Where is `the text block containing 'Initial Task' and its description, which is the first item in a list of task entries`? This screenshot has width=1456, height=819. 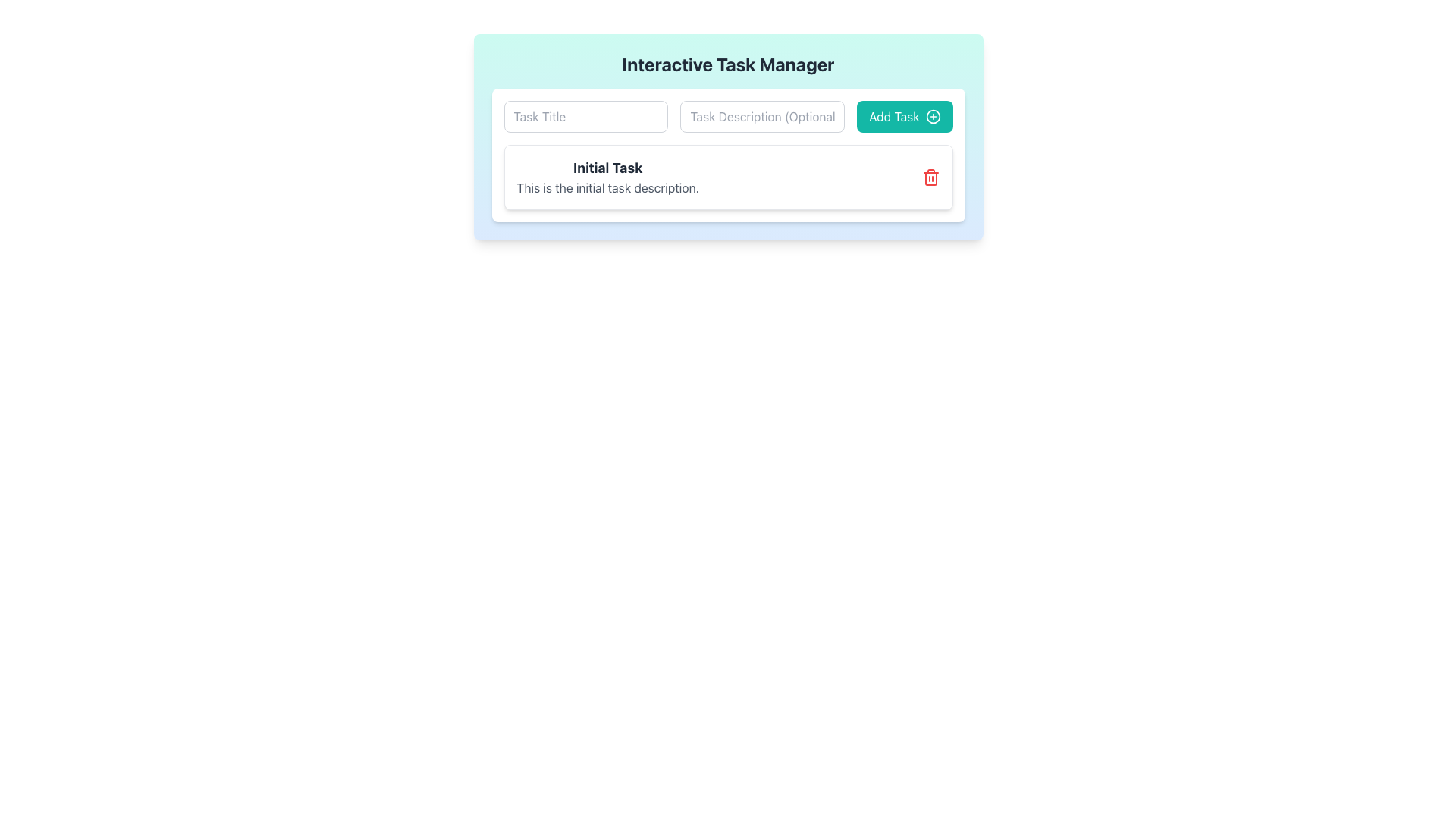
the text block containing 'Initial Task' and its description, which is the first item in a list of task entries is located at coordinates (607, 177).